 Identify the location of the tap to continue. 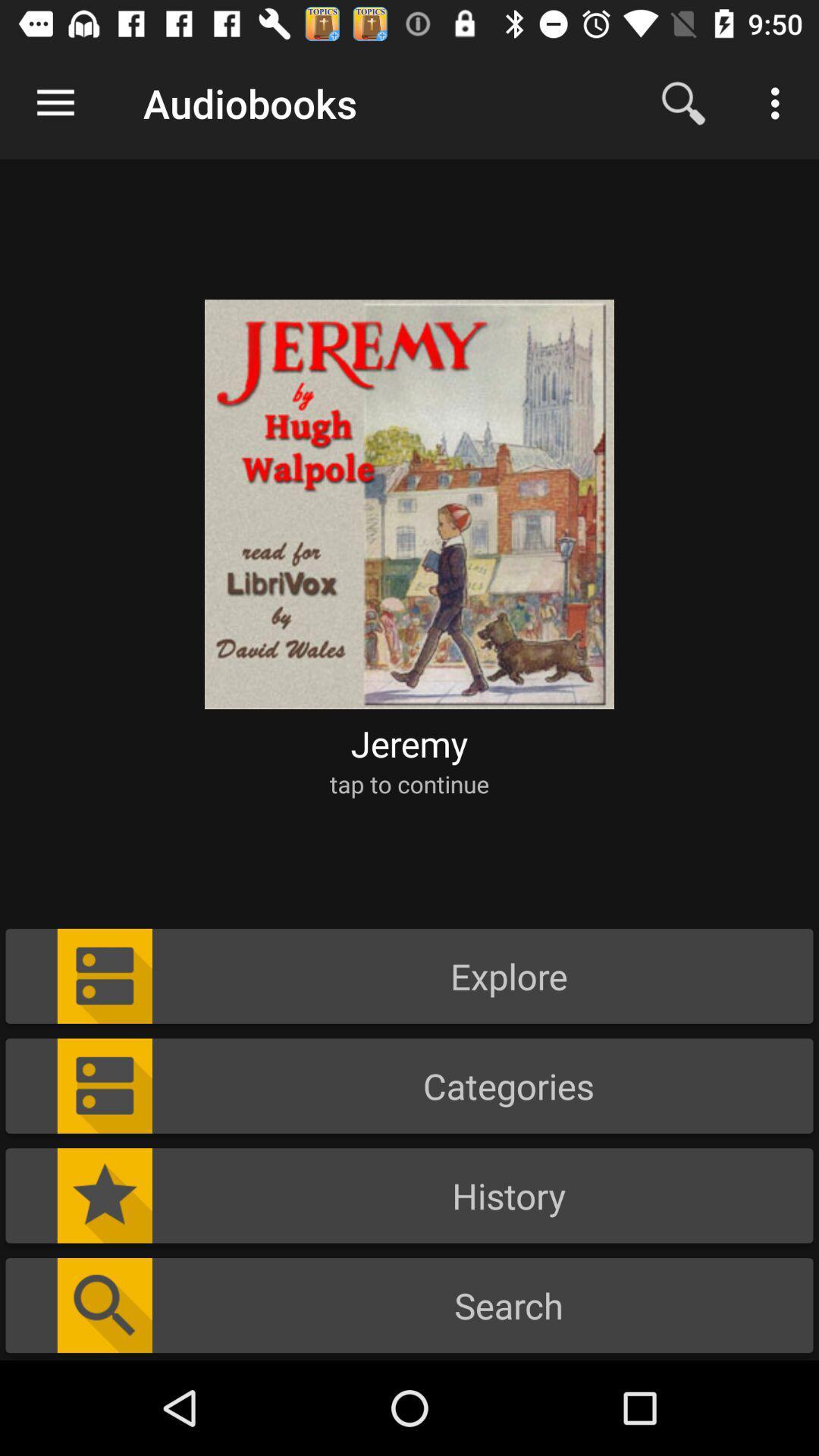
(409, 783).